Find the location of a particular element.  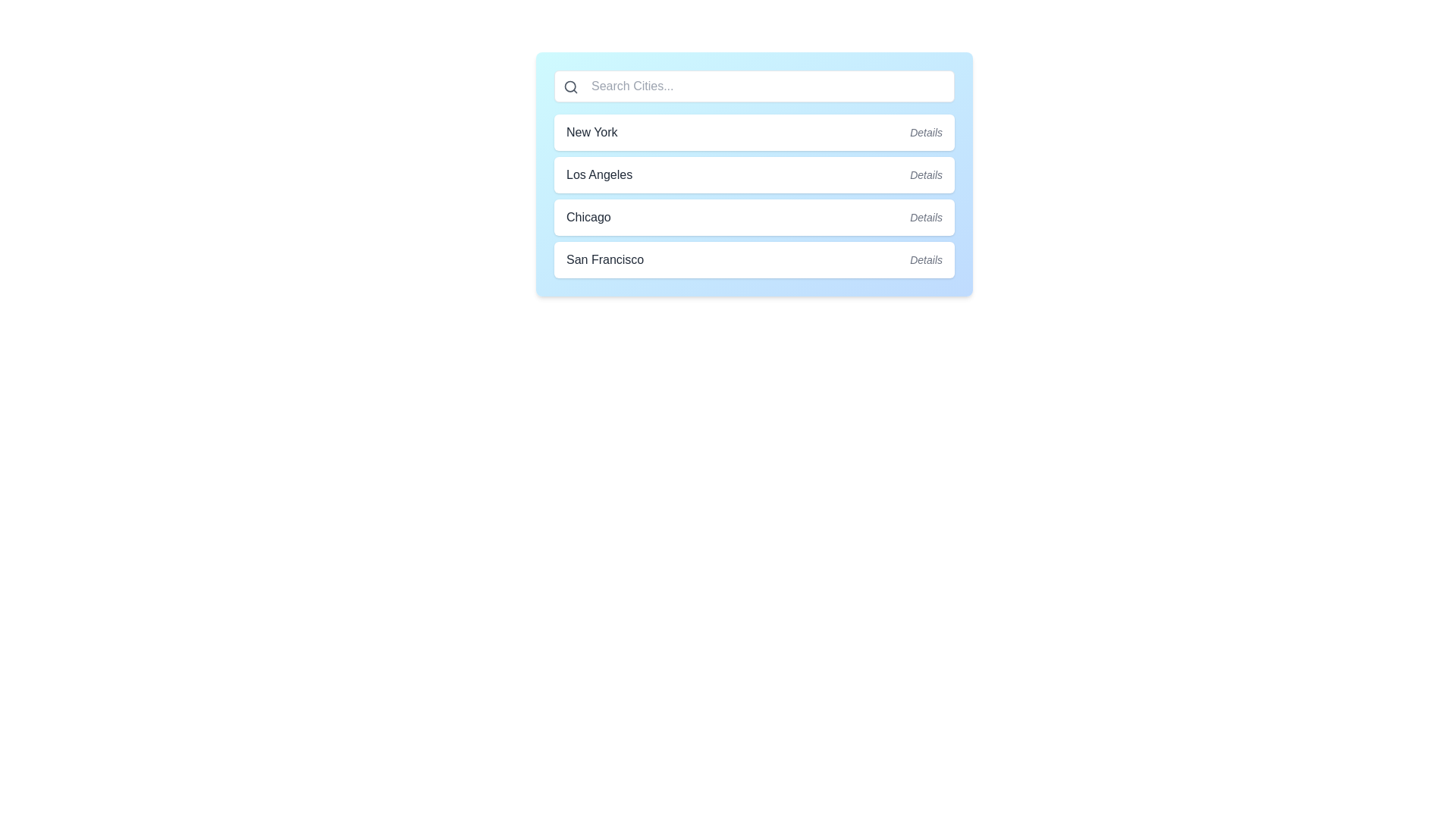

the magnifying glass icon located on the left side of the search bar at the top of the panel is located at coordinates (570, 87).